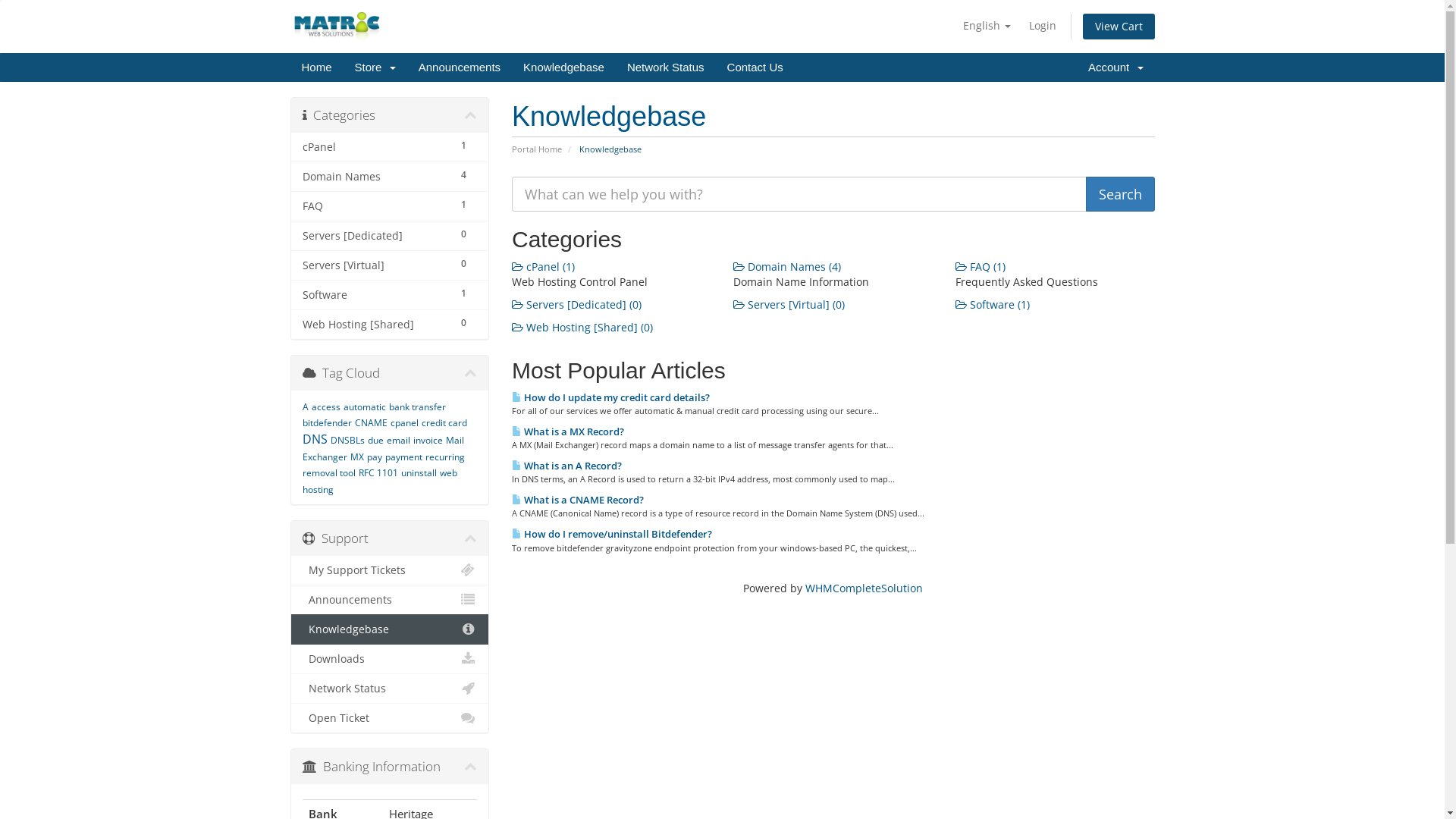 Image resolution: width=1456 pixels, height=819 pixels. I want to click on 'FAQ (1)', so click(980, 265).